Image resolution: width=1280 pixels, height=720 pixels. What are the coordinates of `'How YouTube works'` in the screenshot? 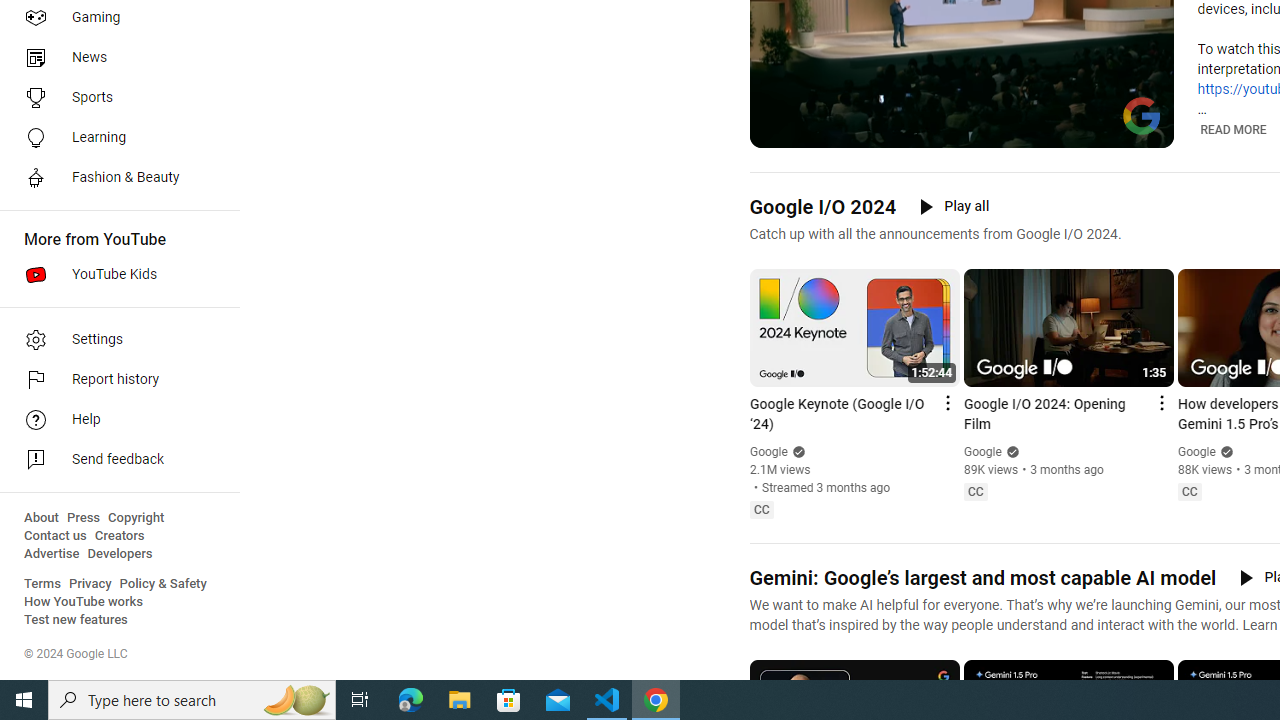 It's located at (82, 601).